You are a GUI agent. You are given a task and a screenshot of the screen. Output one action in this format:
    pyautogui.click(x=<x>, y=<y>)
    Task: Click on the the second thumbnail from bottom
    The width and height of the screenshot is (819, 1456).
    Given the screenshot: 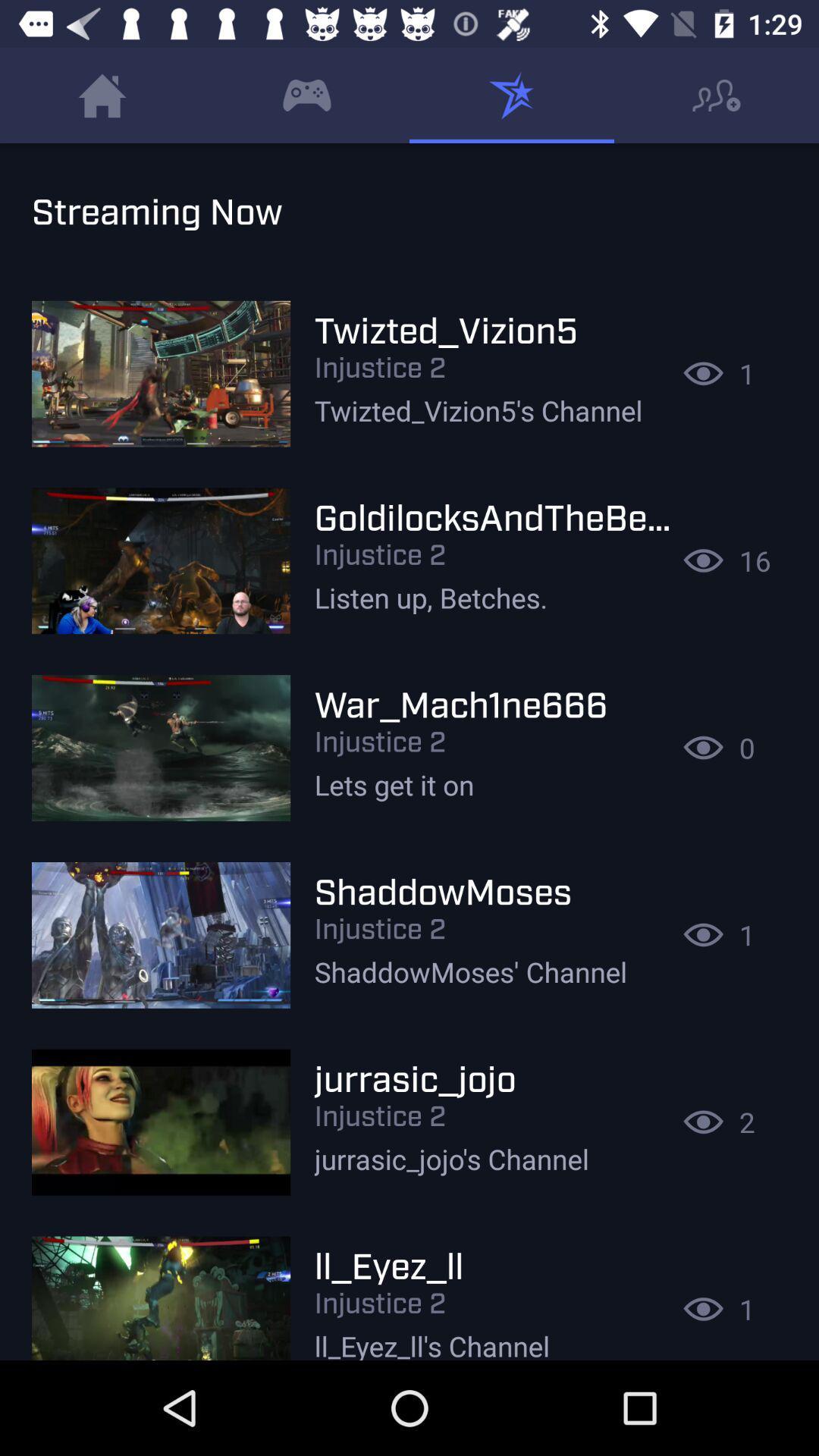 What is the action you would take?
    pyautogui.click(x=161, y=1122)
    